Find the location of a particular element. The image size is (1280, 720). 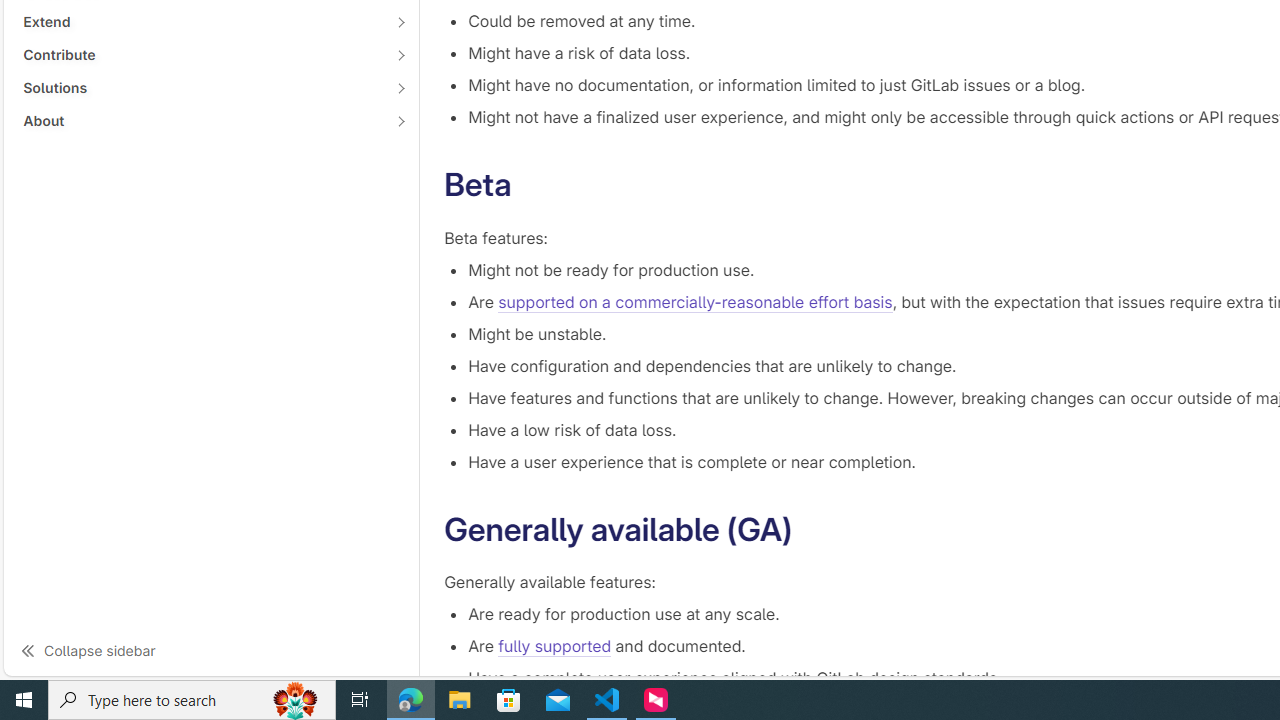

'supported on a commercially-reasonable effort basis' is located at coordinates (695, 302).